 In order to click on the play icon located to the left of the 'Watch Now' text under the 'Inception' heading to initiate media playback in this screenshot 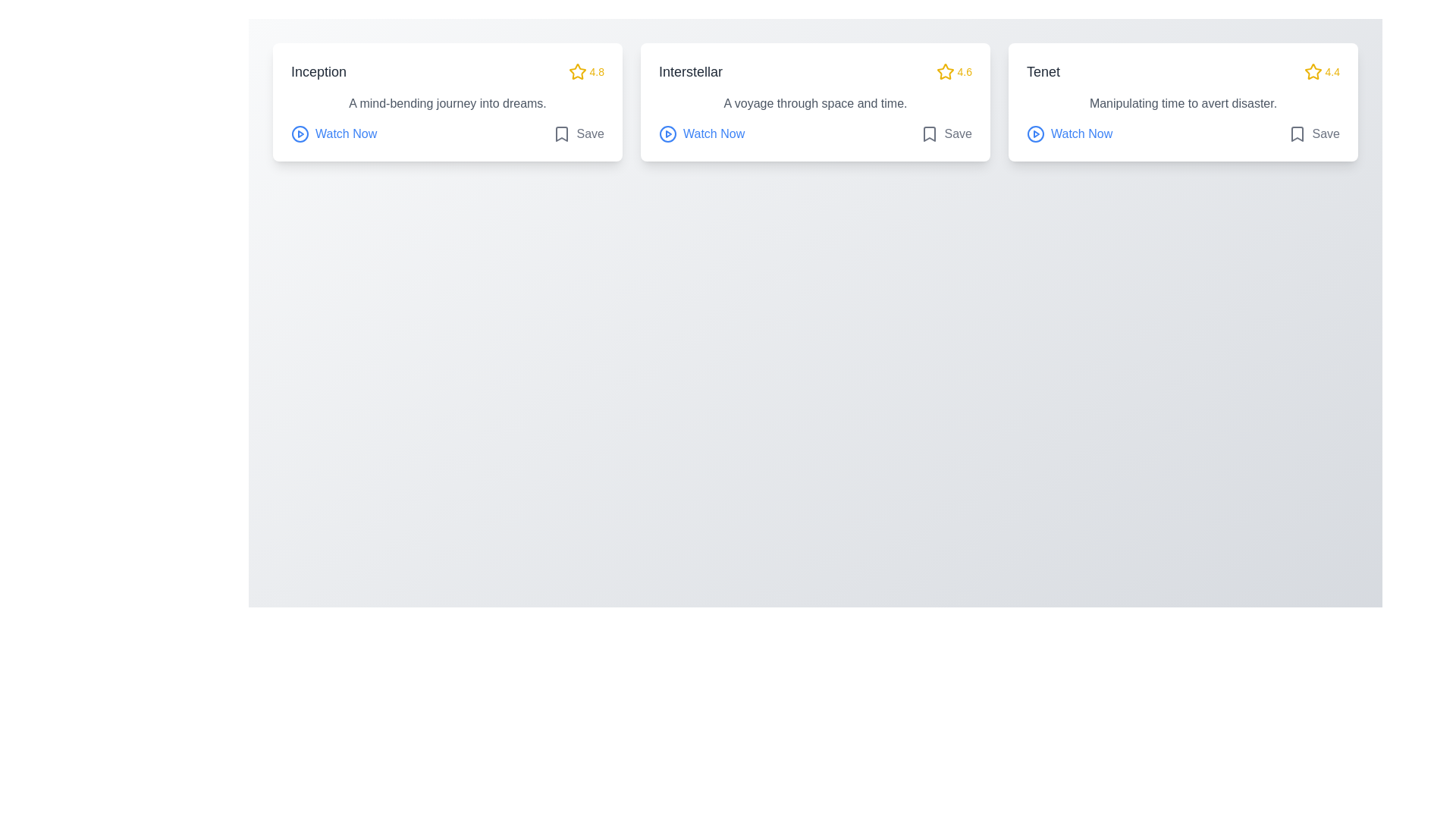, I will do `click(300, 133)`.